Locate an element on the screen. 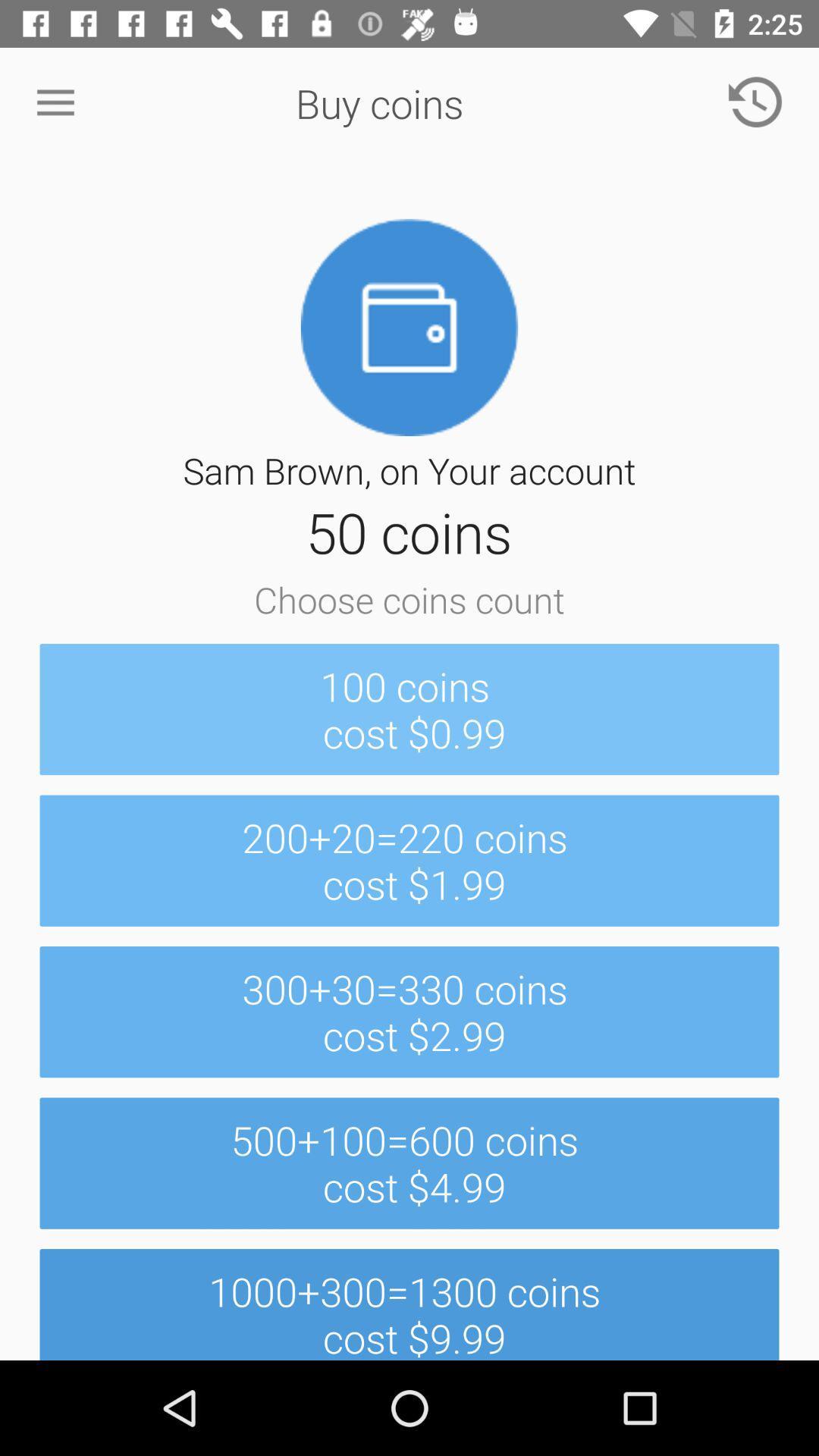  the icon below 200 20 220 is located at coordinates (409, 1012).